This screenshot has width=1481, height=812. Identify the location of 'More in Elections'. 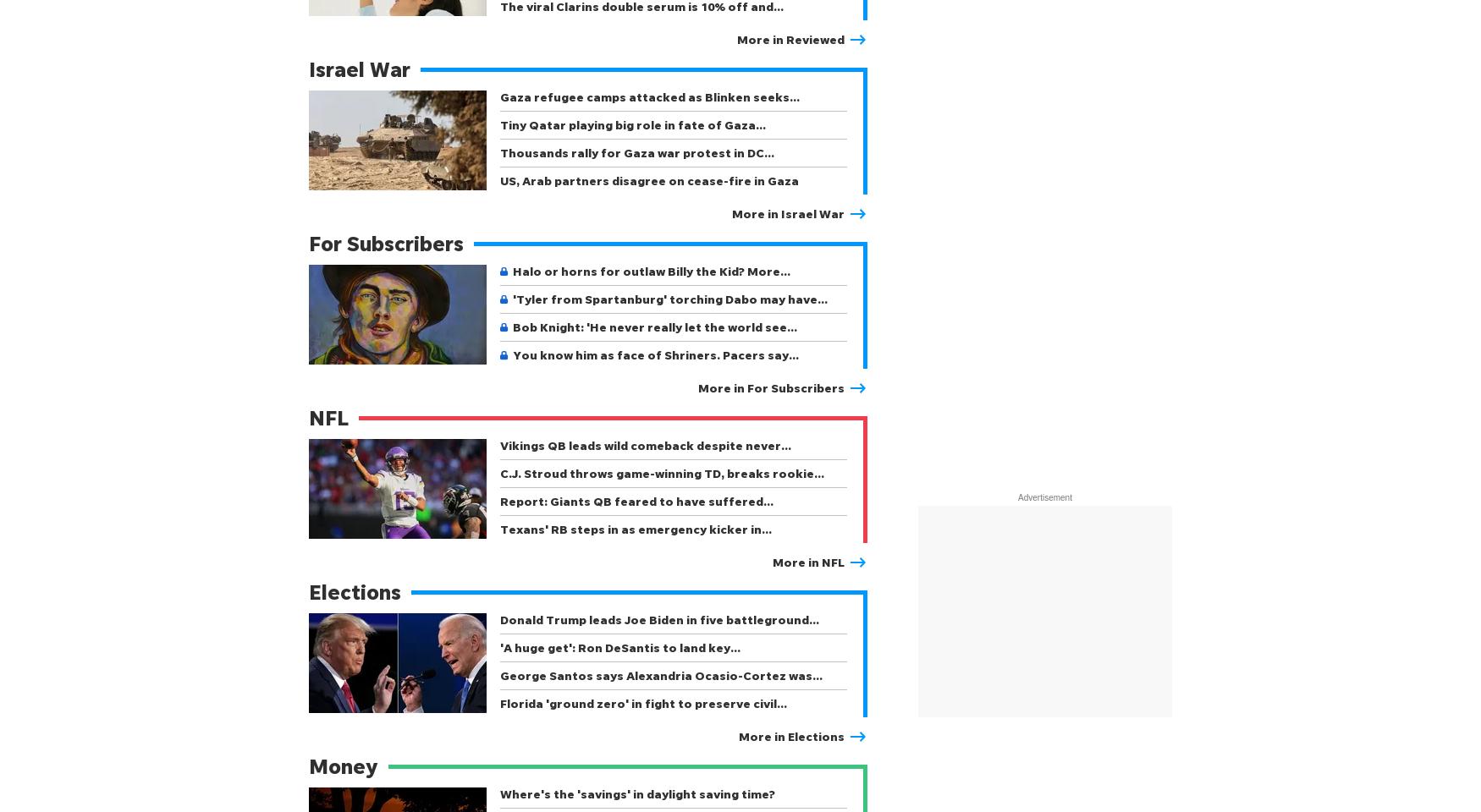
(790, 735).